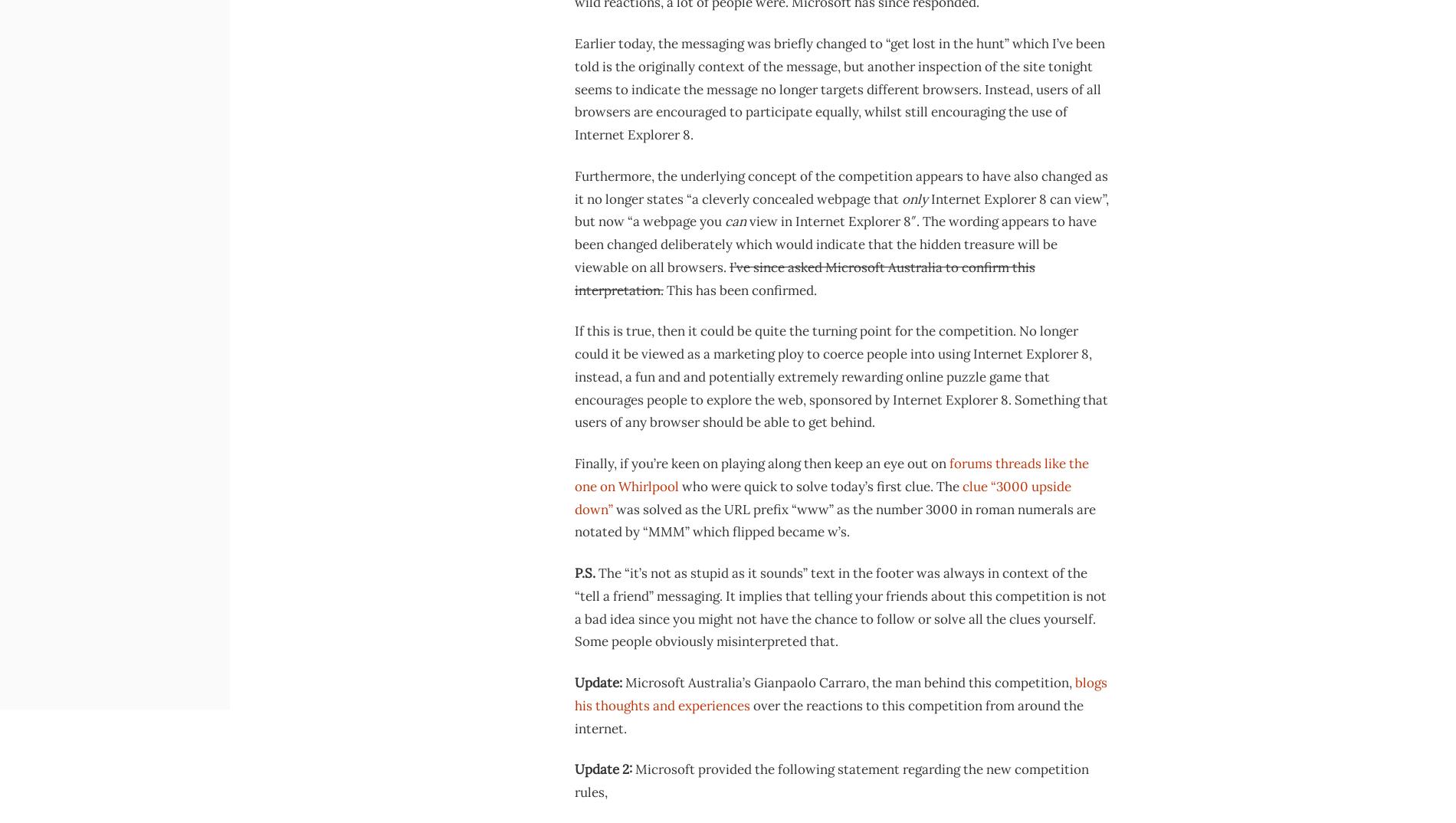  I want to click on 'P.S.', so click(584, 573).